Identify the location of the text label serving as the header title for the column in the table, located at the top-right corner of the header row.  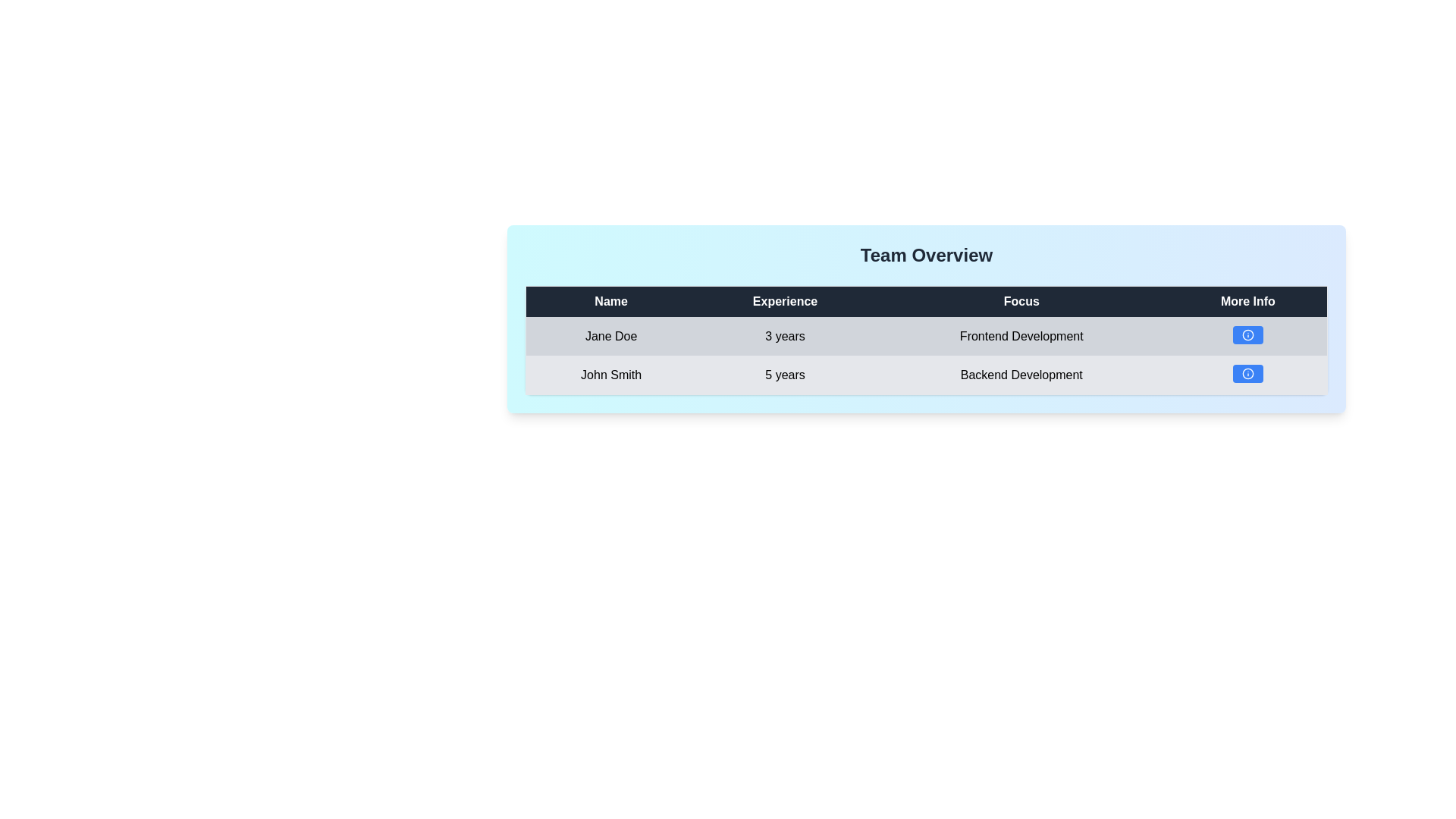
(1248, 301).